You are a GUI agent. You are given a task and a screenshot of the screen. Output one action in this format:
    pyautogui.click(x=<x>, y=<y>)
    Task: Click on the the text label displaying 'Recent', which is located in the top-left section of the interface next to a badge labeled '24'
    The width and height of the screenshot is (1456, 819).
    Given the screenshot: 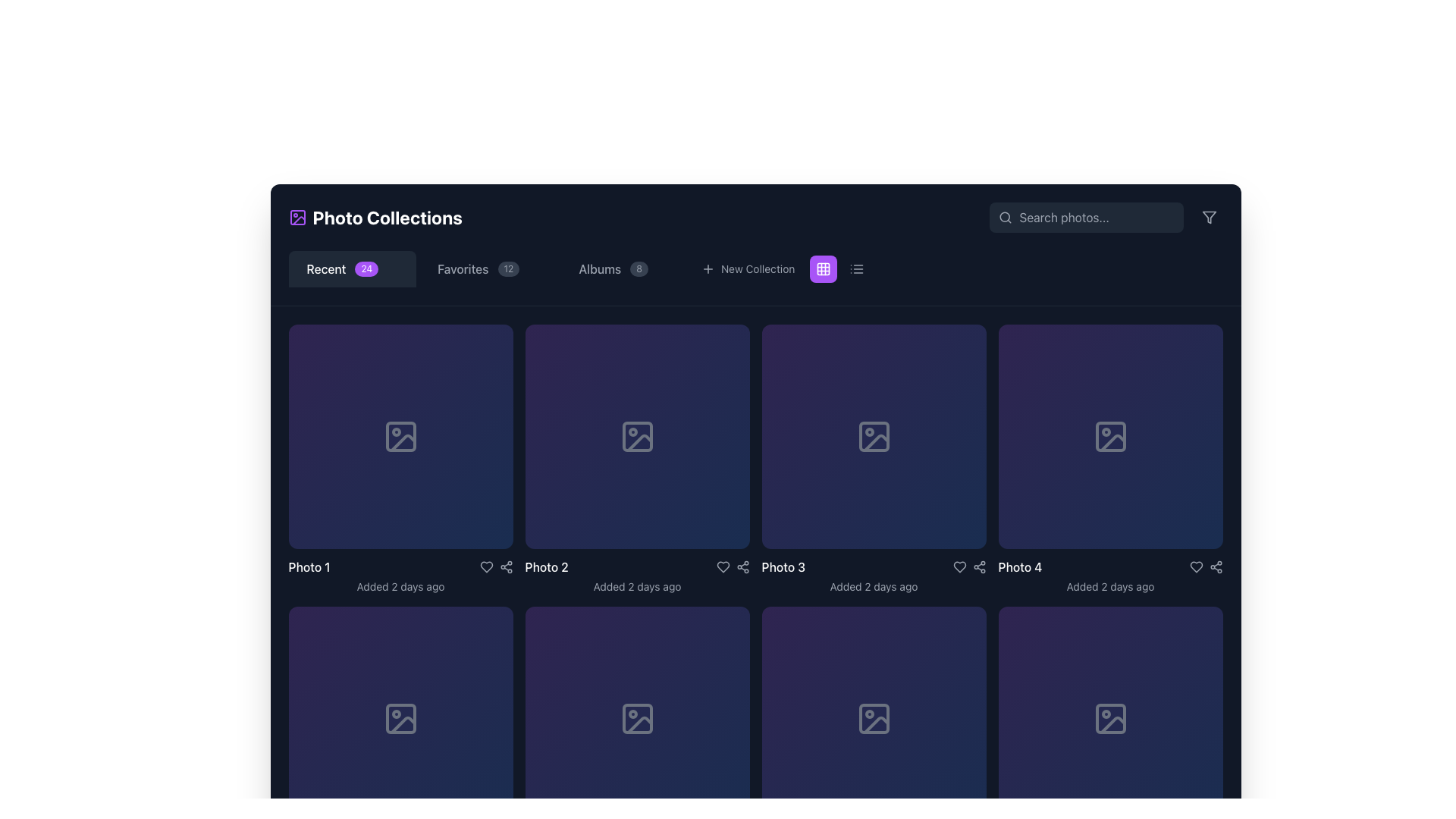 What is the action you would take?
    pyautogui.click(x=325, y=268)
    